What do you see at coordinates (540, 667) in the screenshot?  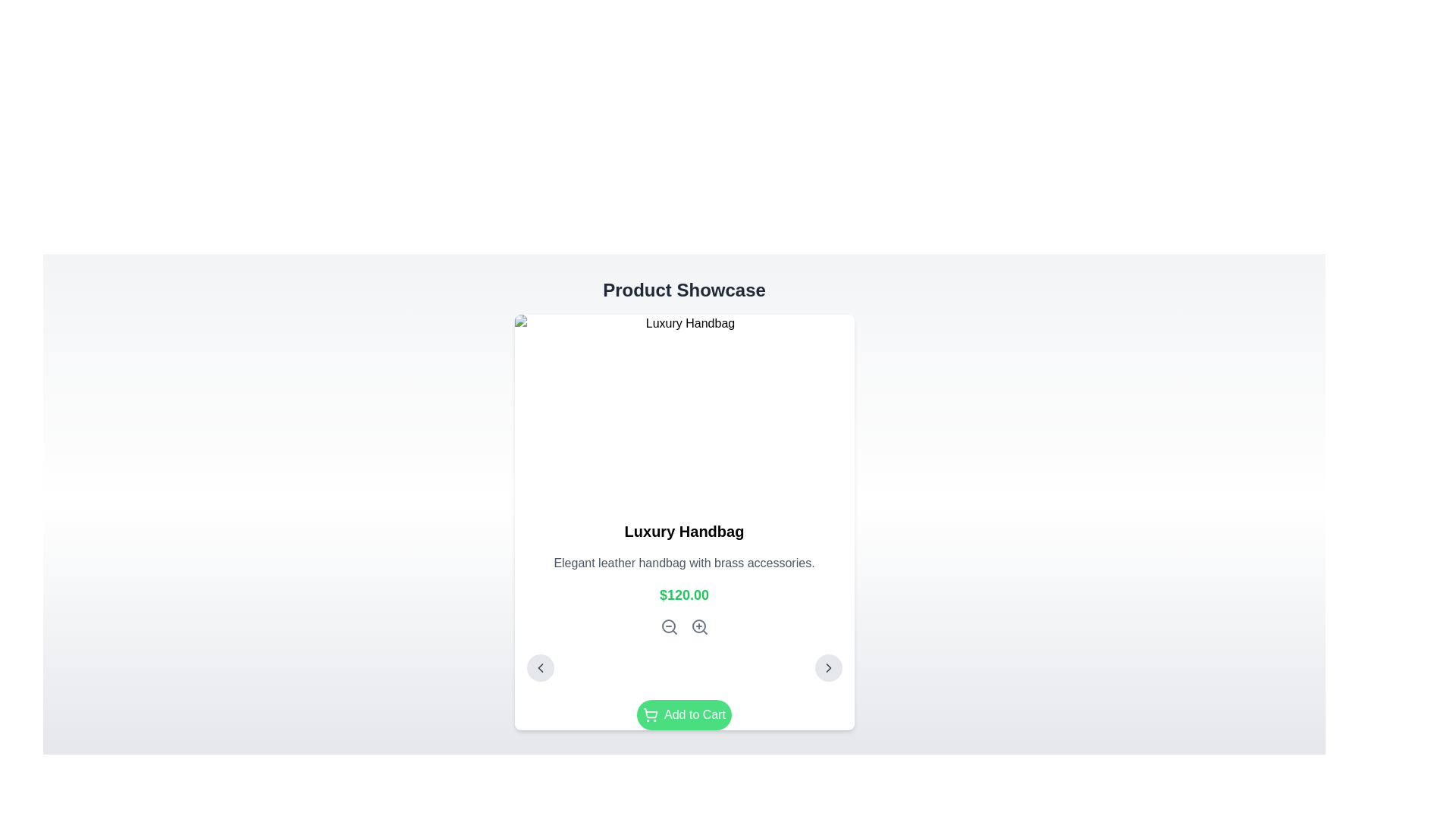 I see `the leftmost circular button with a light gray background and a leftward chevron icon` at bounding box center [540, 667].